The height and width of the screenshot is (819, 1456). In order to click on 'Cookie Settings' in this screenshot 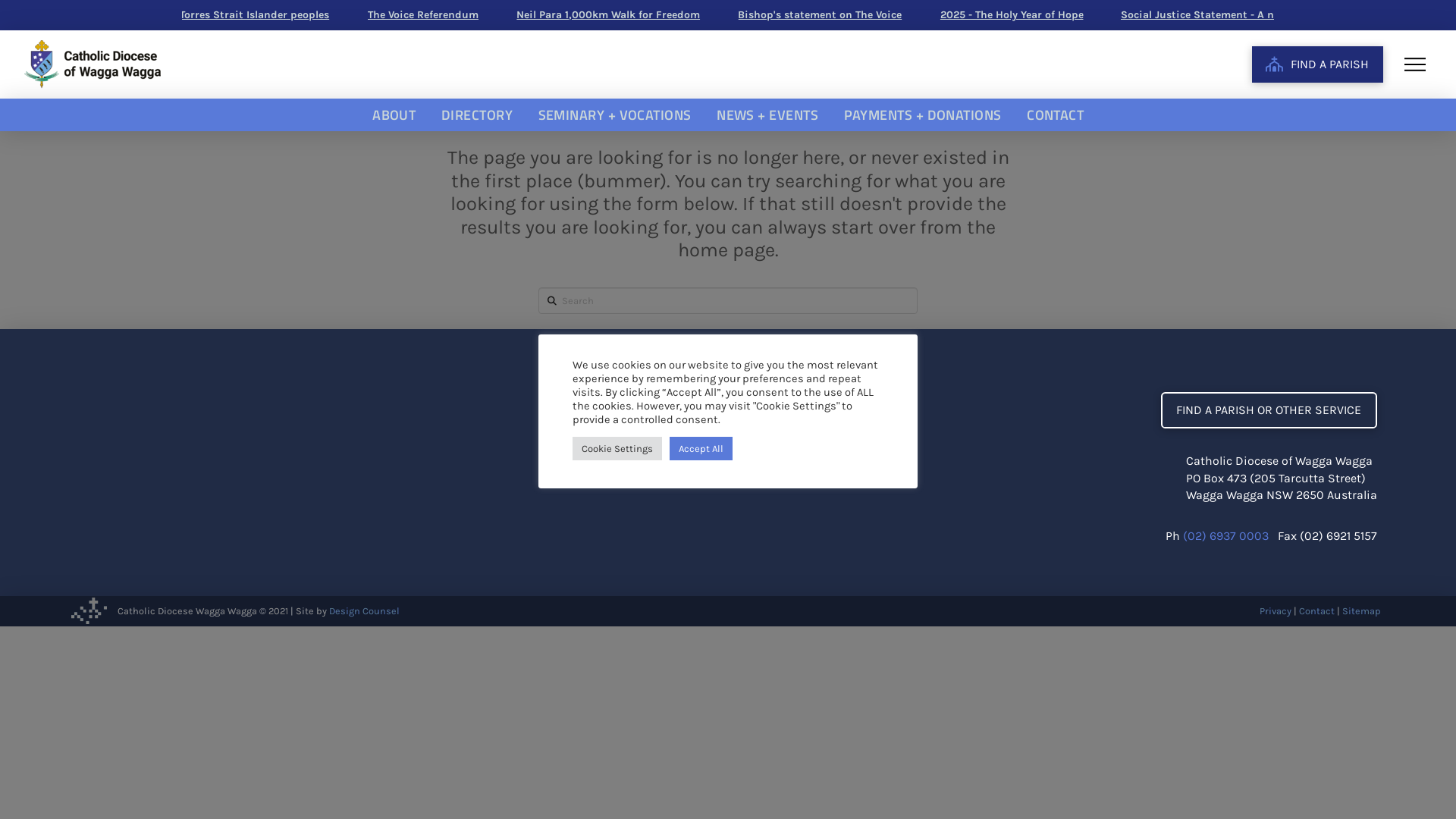, I will do `click(617, 447)`.